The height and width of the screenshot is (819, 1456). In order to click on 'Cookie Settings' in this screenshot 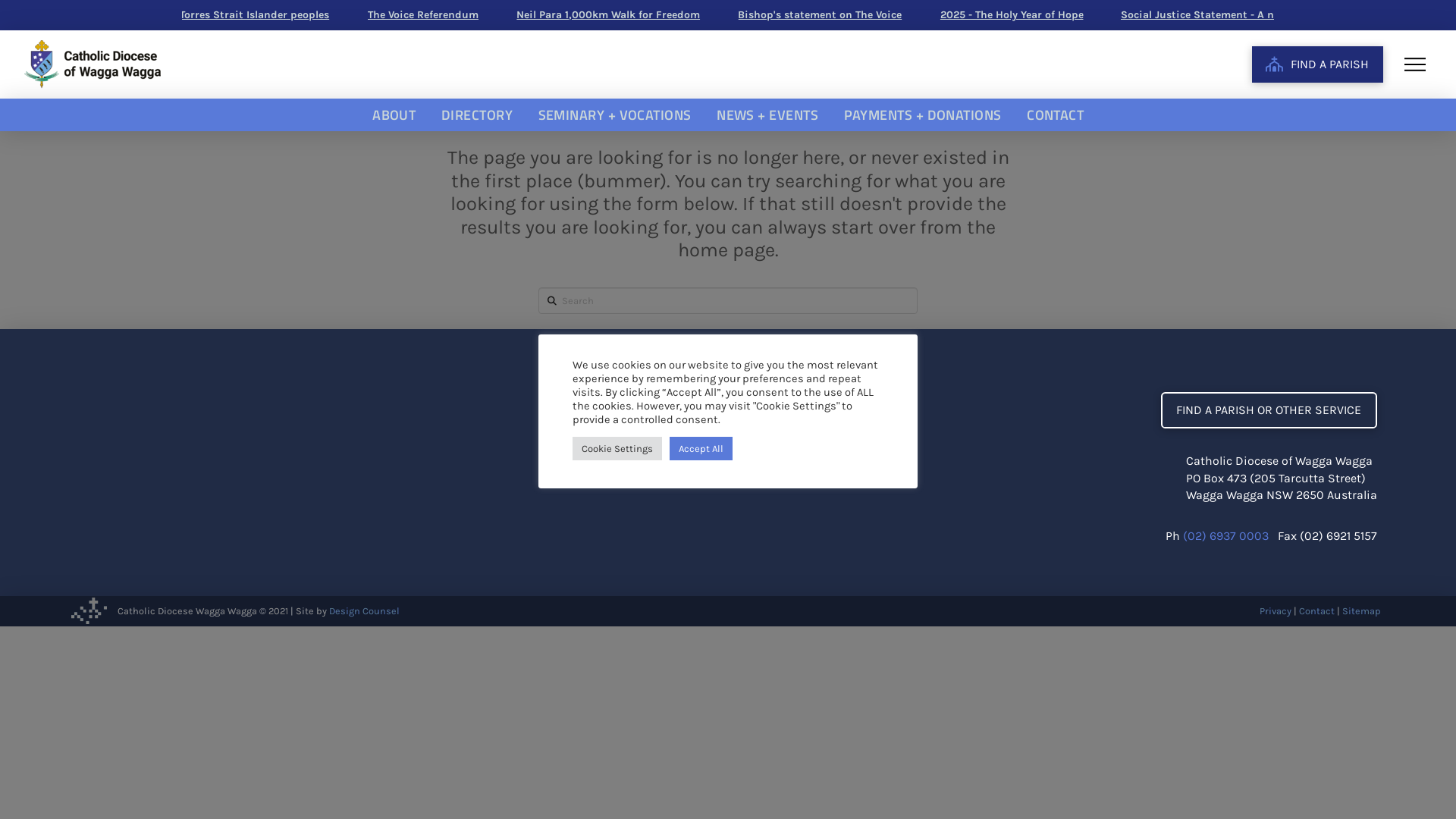, I will do `click(617, 447)`.